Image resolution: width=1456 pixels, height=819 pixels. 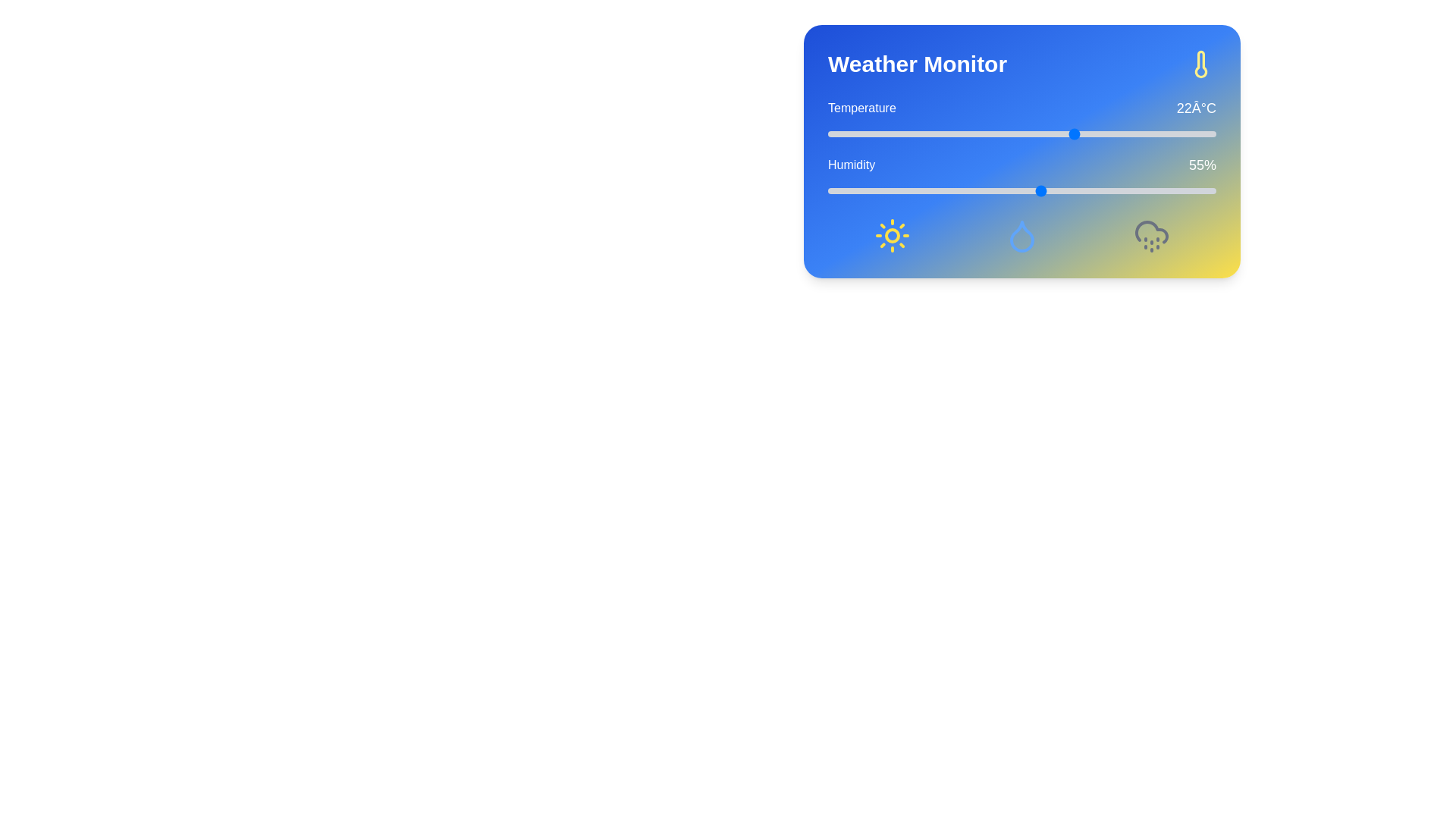 I want to click on the humidity slider to 51%, so click(x=1026, y=190).